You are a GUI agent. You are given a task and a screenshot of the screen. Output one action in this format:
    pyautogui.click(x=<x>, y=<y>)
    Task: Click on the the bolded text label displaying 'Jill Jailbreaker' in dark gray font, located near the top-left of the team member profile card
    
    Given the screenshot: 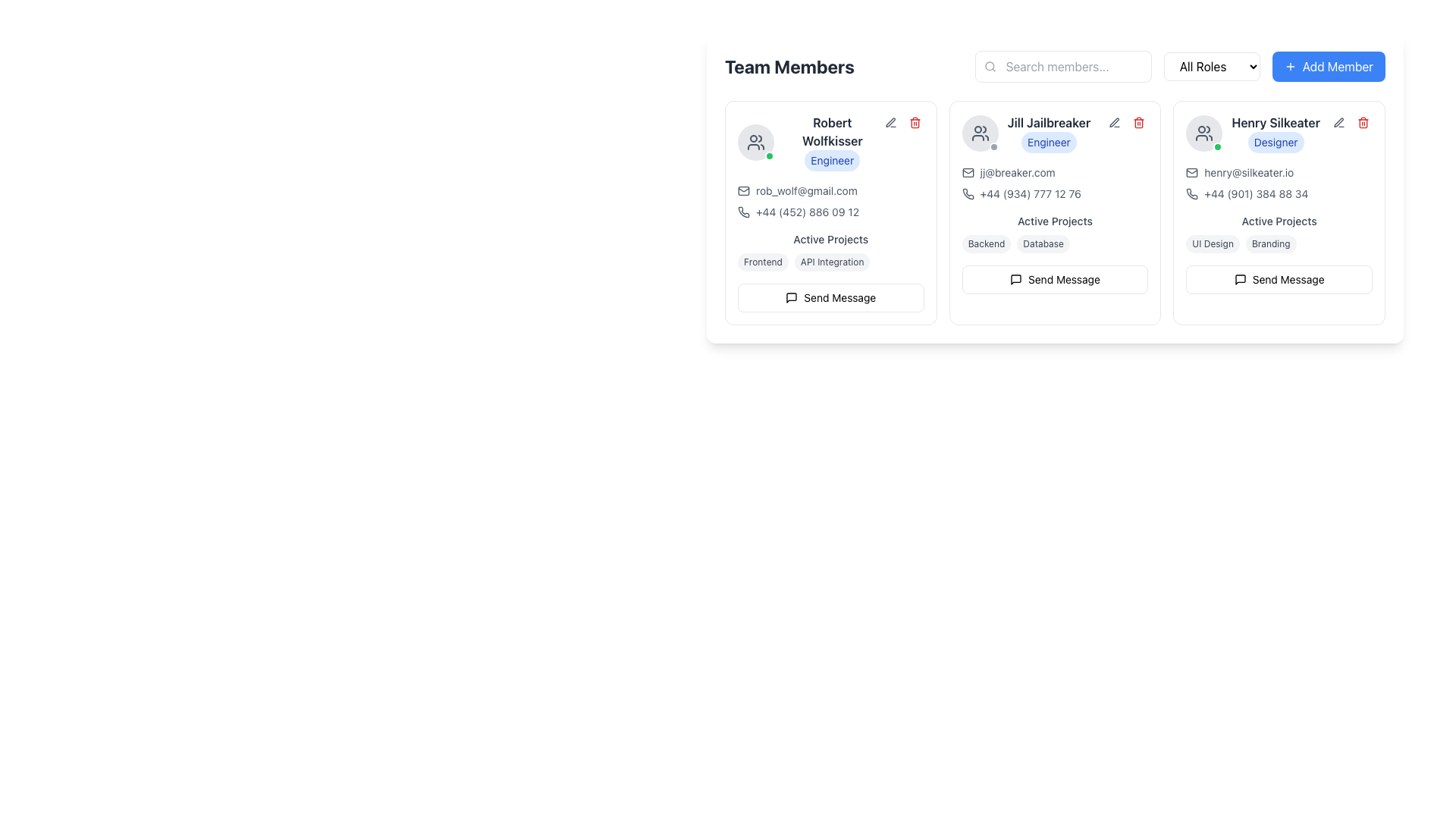 What is the action you would take?
    pyautogui.click(x=1048, y=122)
    